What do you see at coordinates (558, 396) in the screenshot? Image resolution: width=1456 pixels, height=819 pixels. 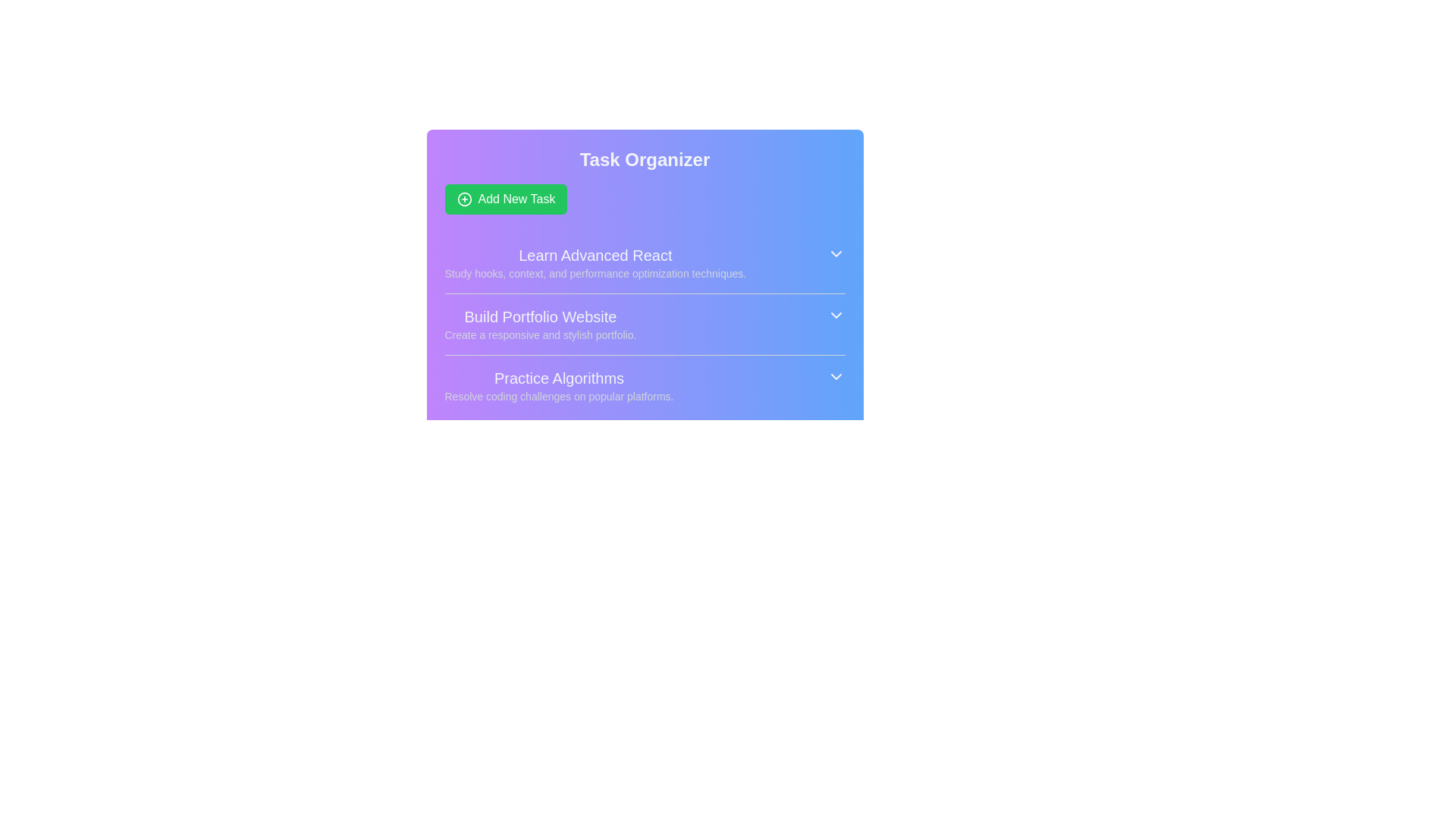 I see `the static informational text block located beneath the 'Practice Algorithms' title, providing context for the section` at bounding box center [558, 396].